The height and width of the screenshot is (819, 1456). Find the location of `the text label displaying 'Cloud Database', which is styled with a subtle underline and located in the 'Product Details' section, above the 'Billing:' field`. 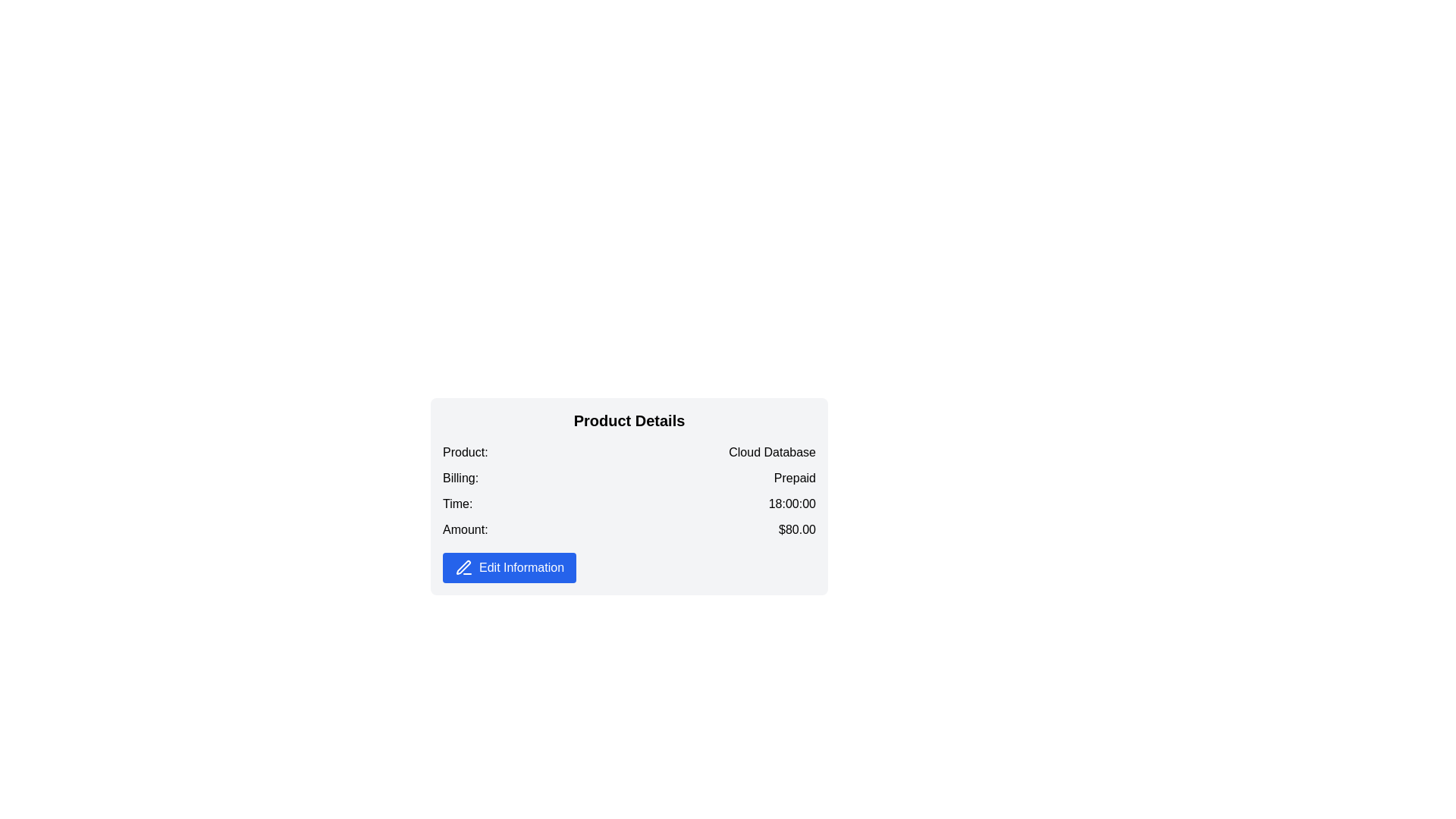

the text label displaying 'Cloud Database', which is styled with a subtle underline and located in the 'Product Details' section, above the 'Billing:' field is located at coordinates (772, 452).